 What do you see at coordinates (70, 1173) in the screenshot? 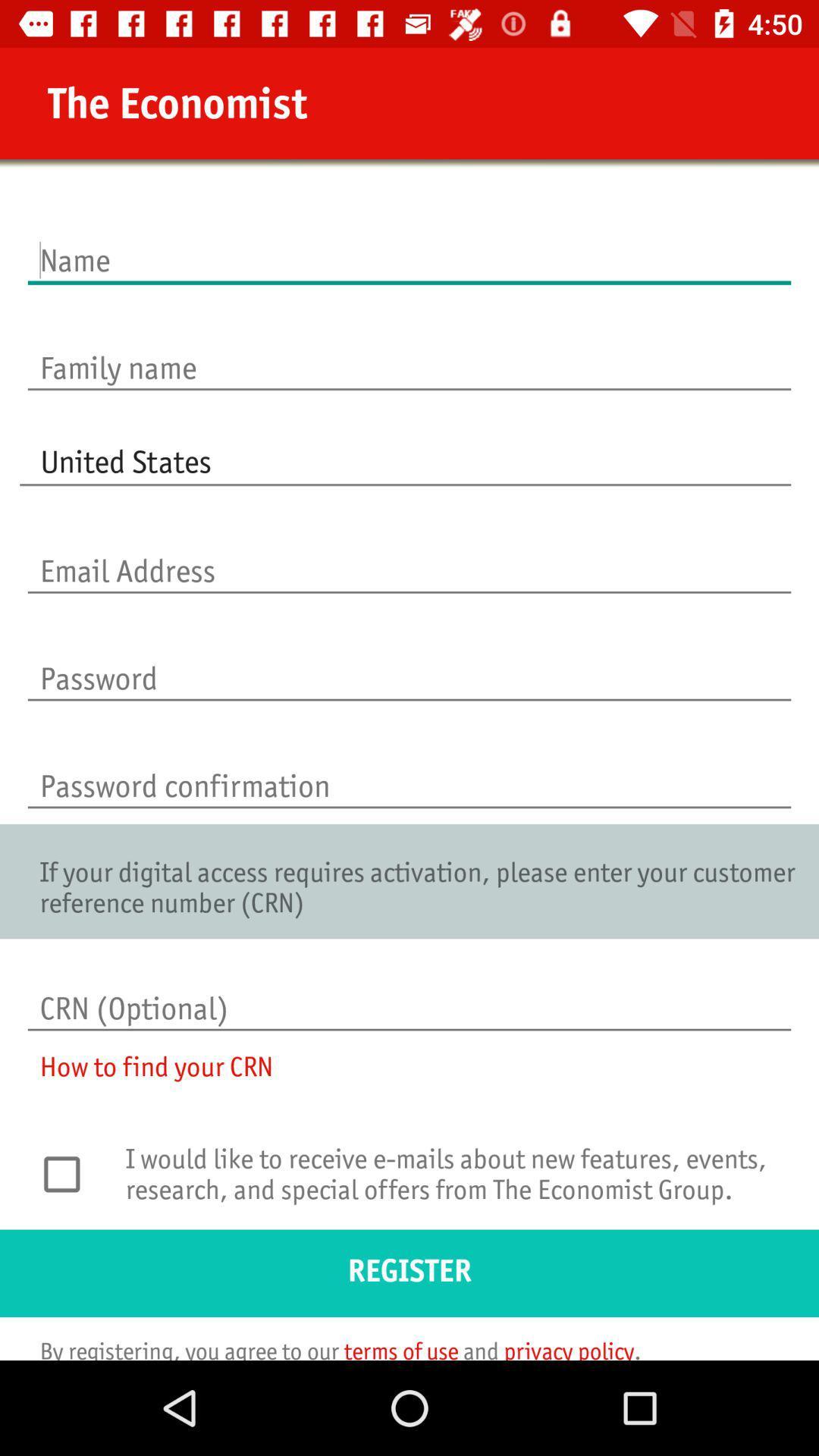
I see `icon next to the i would like item` at bounding box center [70, 1173].